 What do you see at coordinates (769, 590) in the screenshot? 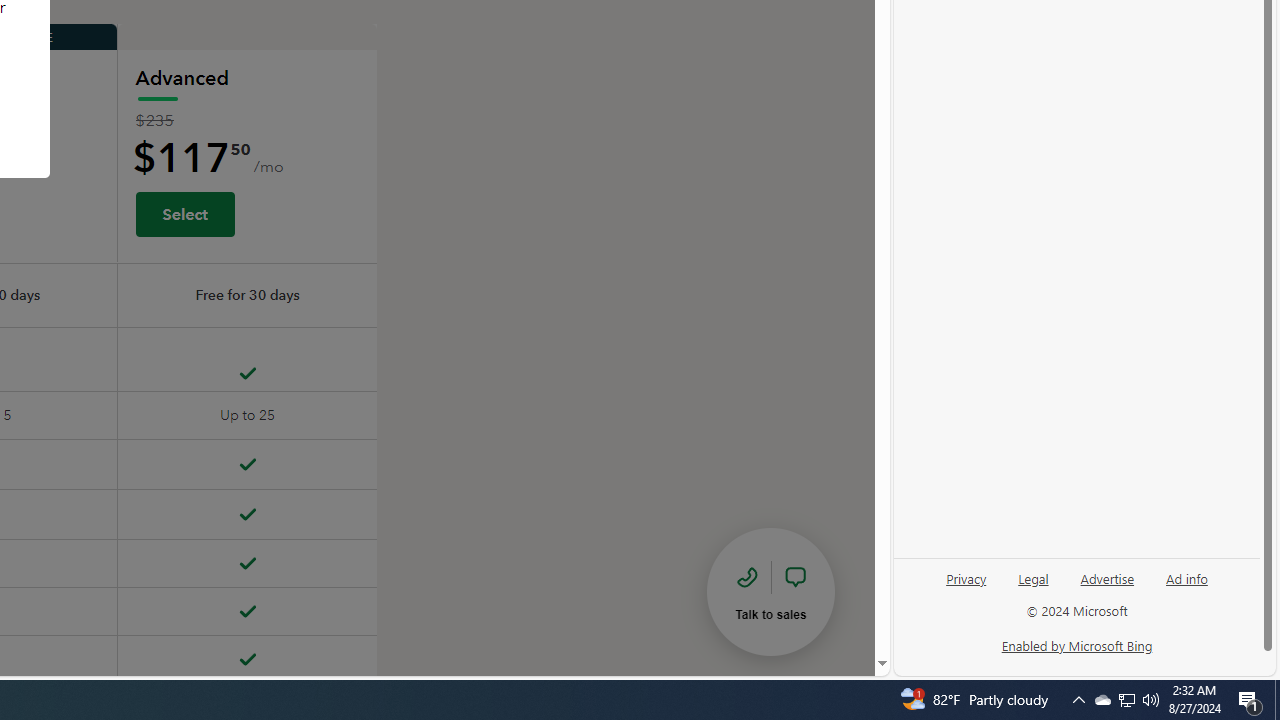
I see `'talk to sales'` at bounding box center [769, 590].